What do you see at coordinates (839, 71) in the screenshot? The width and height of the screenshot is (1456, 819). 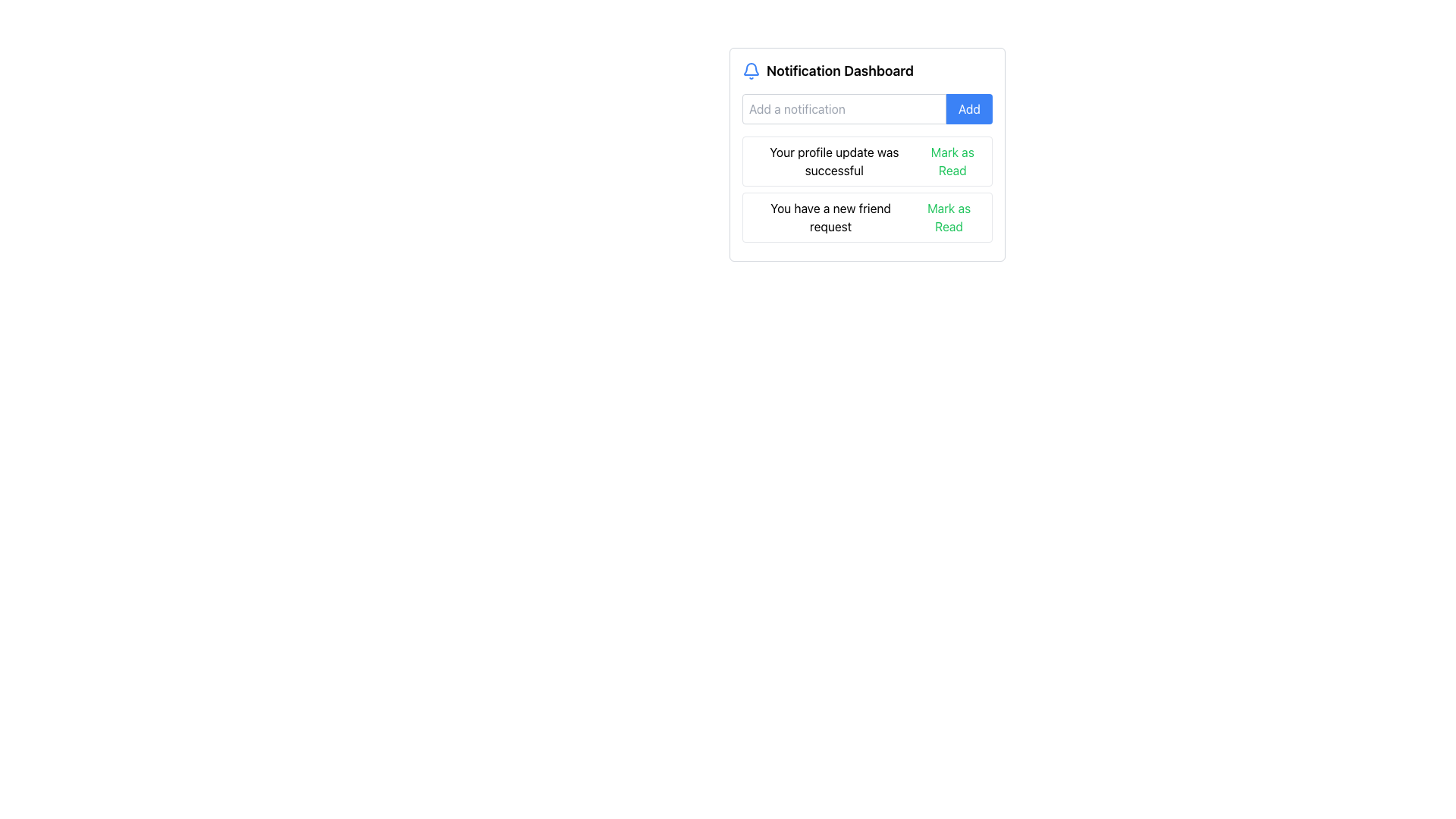 I see `the heading text element that serves as the title for the notification section, positioned centrally at the top of the interface` at bounding box center [839, 71].